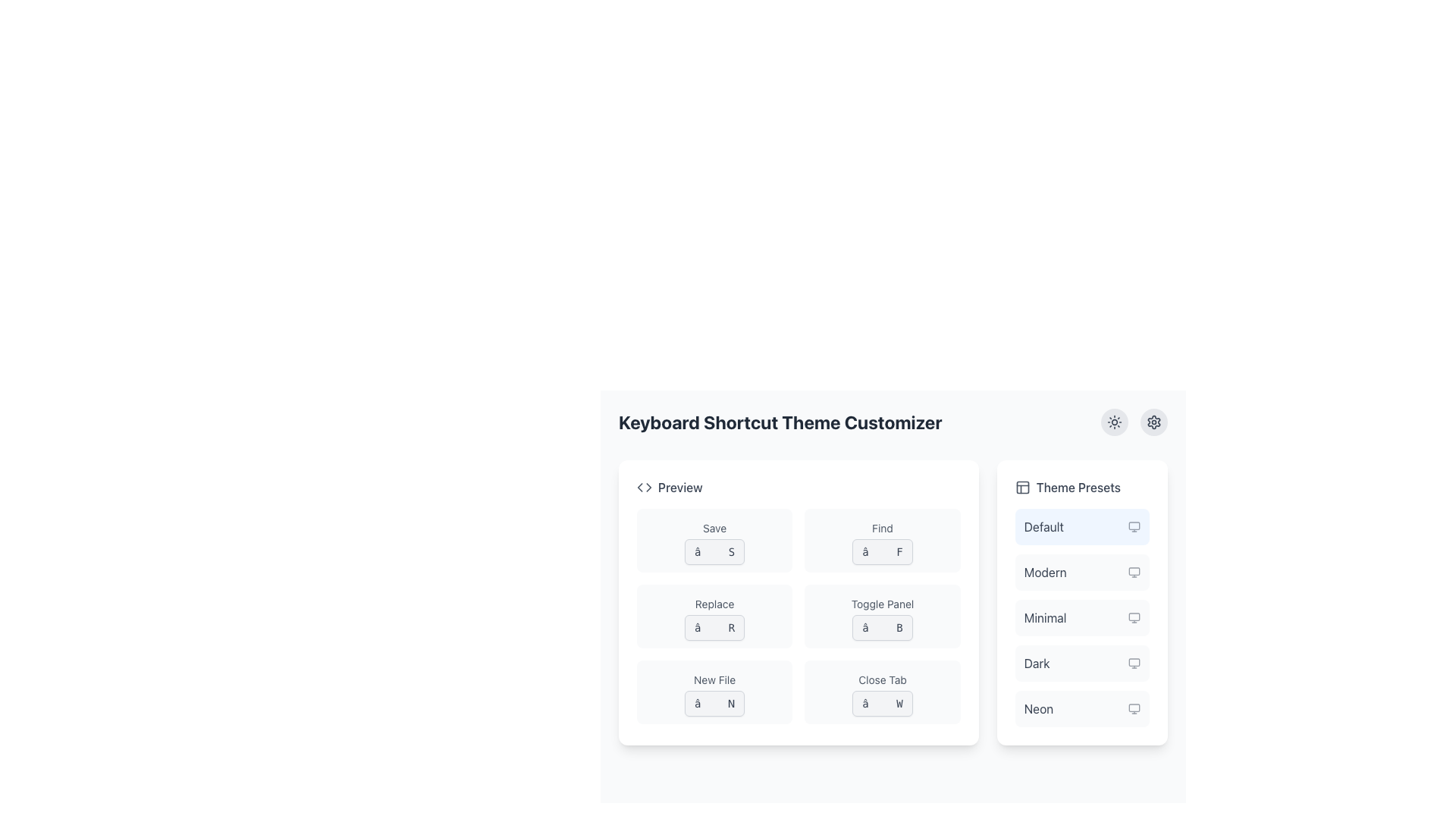 This screenshot has height=819, width=1456. What do you see at coordinates (1081, 708) in the screenshot?
I see `the selectable list item labeled 'NEON' in the 'Theme Presets' section` at bounding box center [1081, 708].